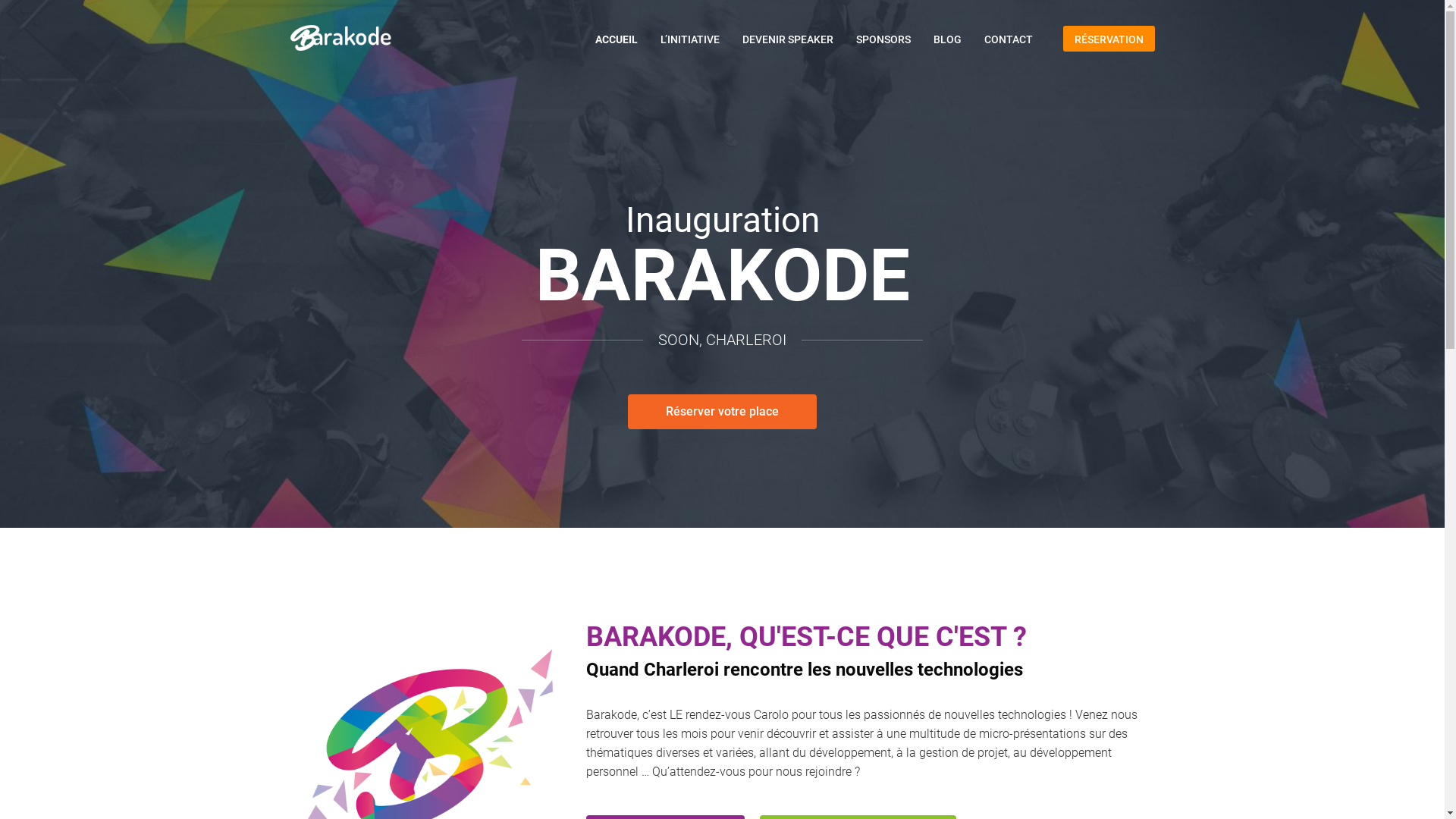  What do you see at coordinates (1008, 38) in the screenshot?
I see `'CONTACT'` at bounding box center [1008, 38].